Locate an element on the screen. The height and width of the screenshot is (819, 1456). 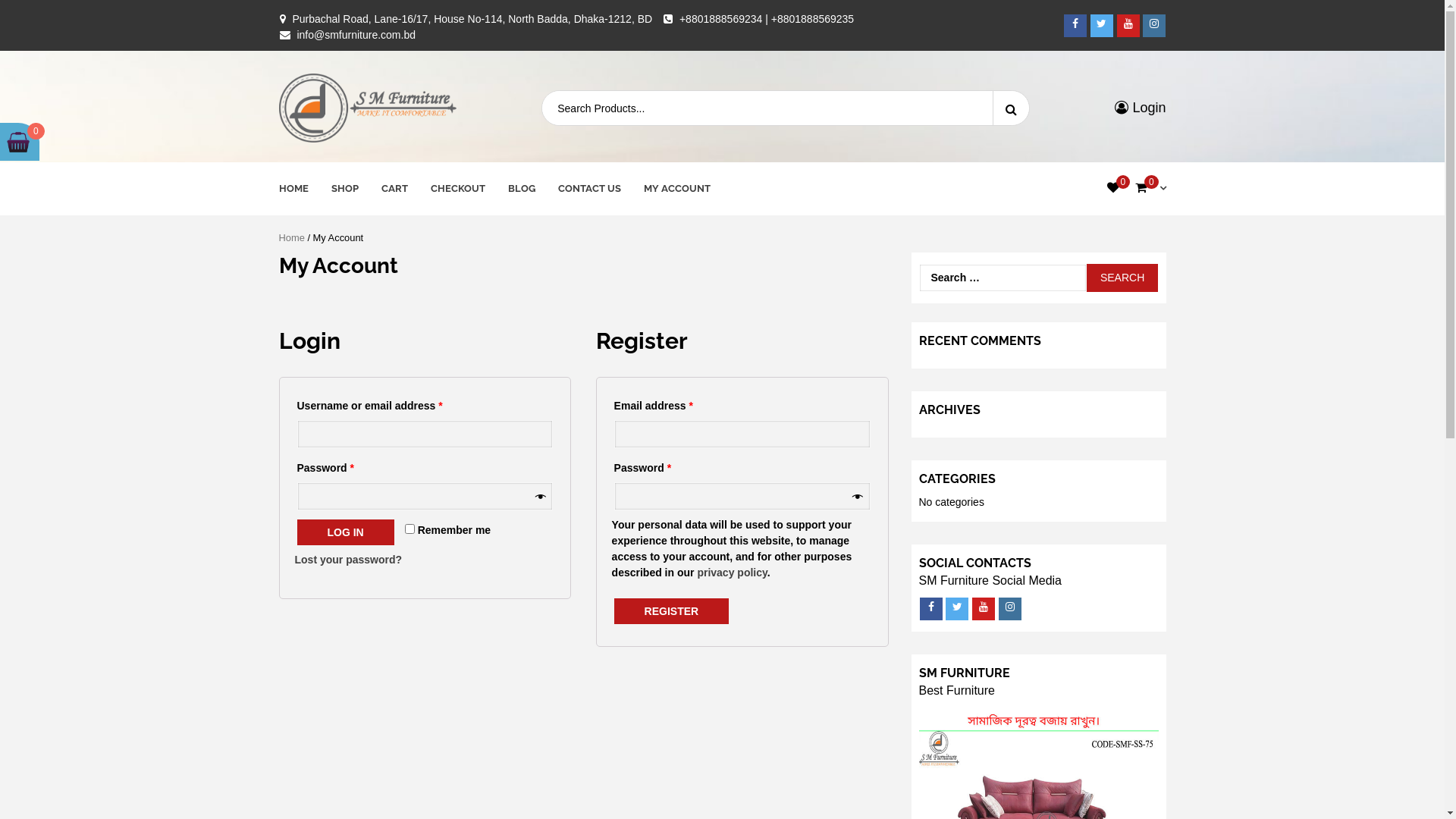
'CHECKOUT' is located at coordinates (429, 188).